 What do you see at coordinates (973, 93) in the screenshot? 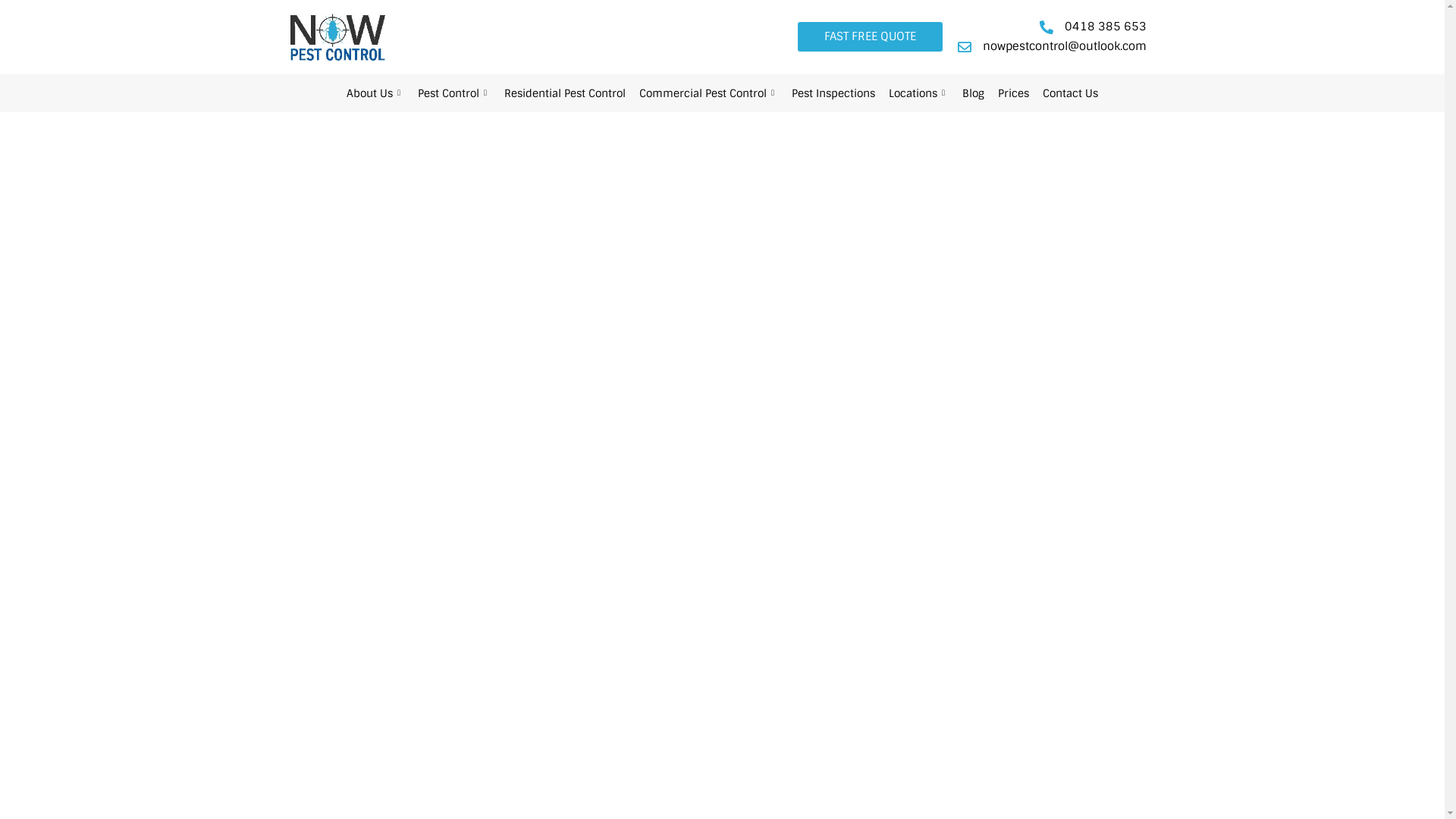
I see `'Blog'` at bounding box center [973, 93].